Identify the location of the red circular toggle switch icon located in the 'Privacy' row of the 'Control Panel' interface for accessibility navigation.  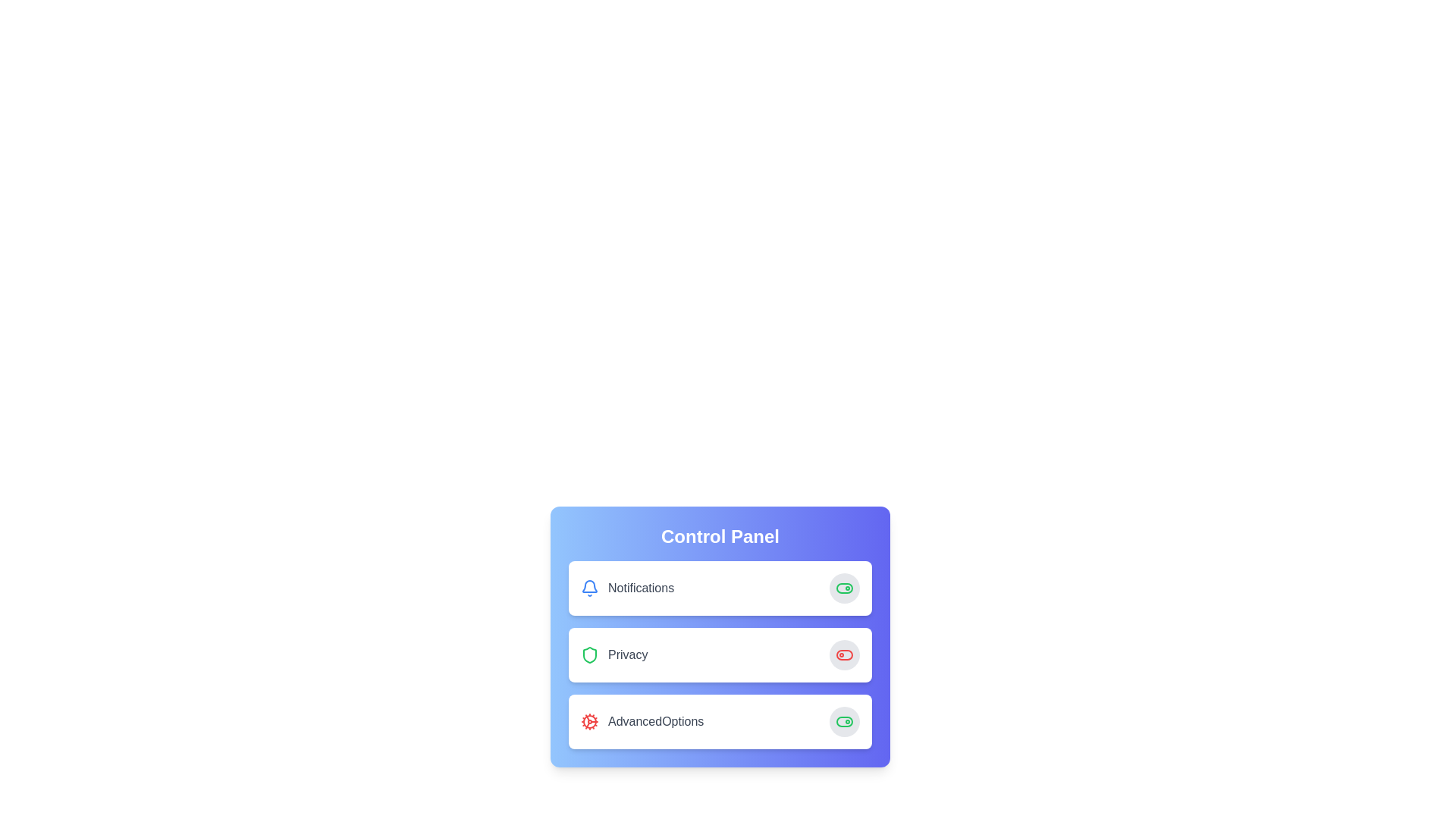
(843, 654).